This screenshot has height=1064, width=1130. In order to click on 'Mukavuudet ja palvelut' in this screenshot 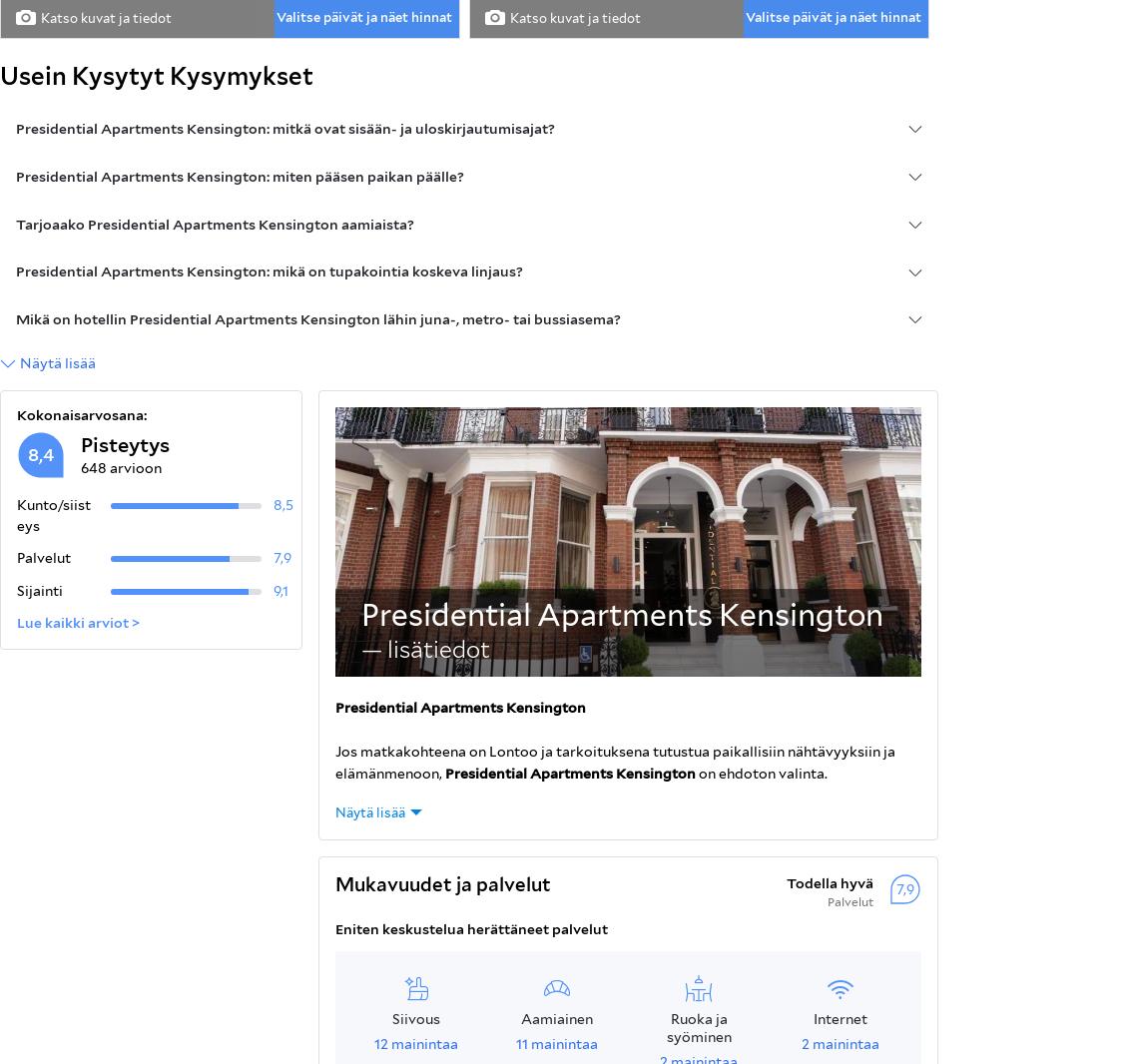, I will do `click(441, 882)`.